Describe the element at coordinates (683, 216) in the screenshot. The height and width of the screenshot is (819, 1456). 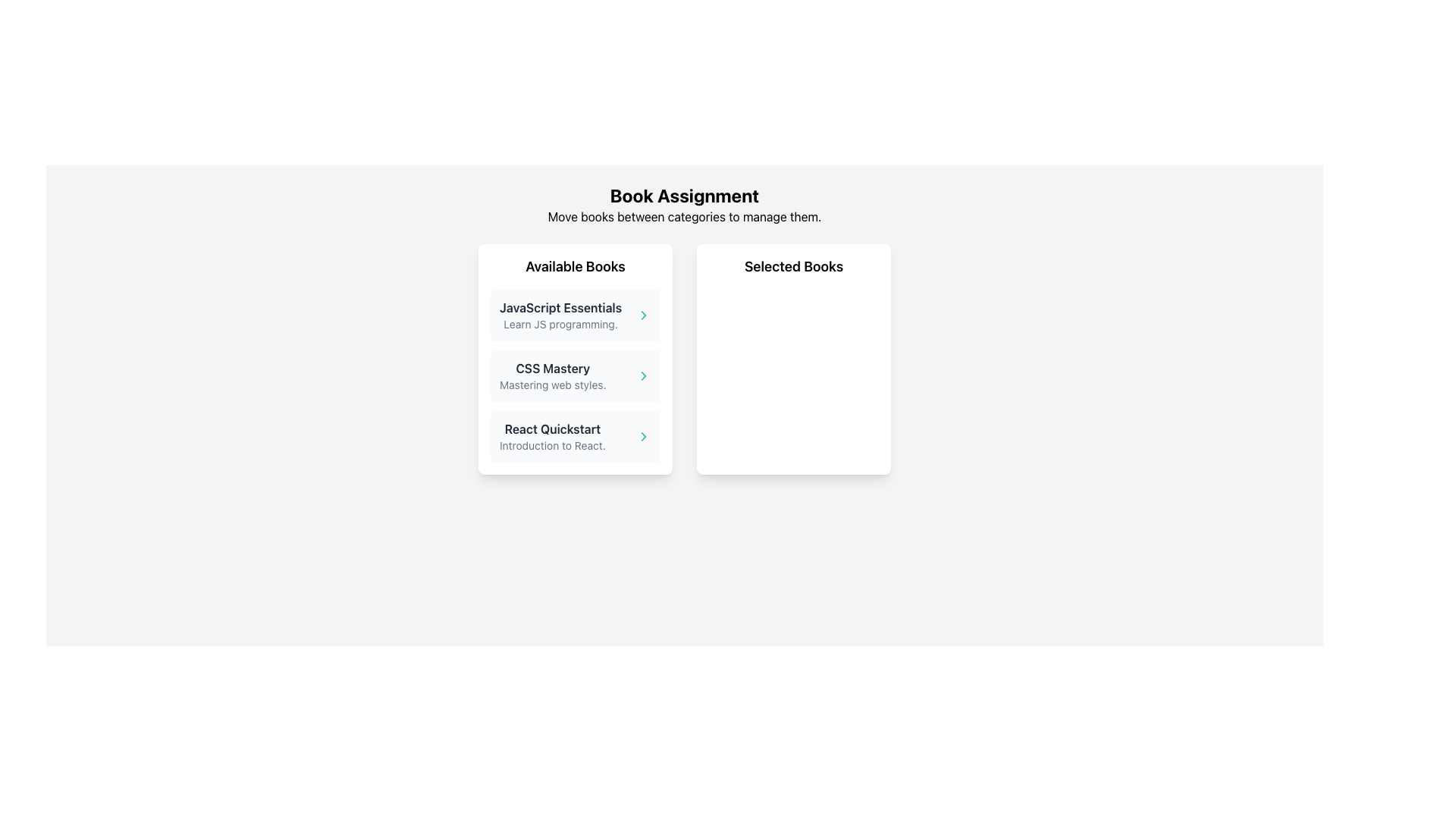
I see `text element that contains 'Move books between categories to manage them.' located directly beneath the bold header 'Book Assignment'` at that location.